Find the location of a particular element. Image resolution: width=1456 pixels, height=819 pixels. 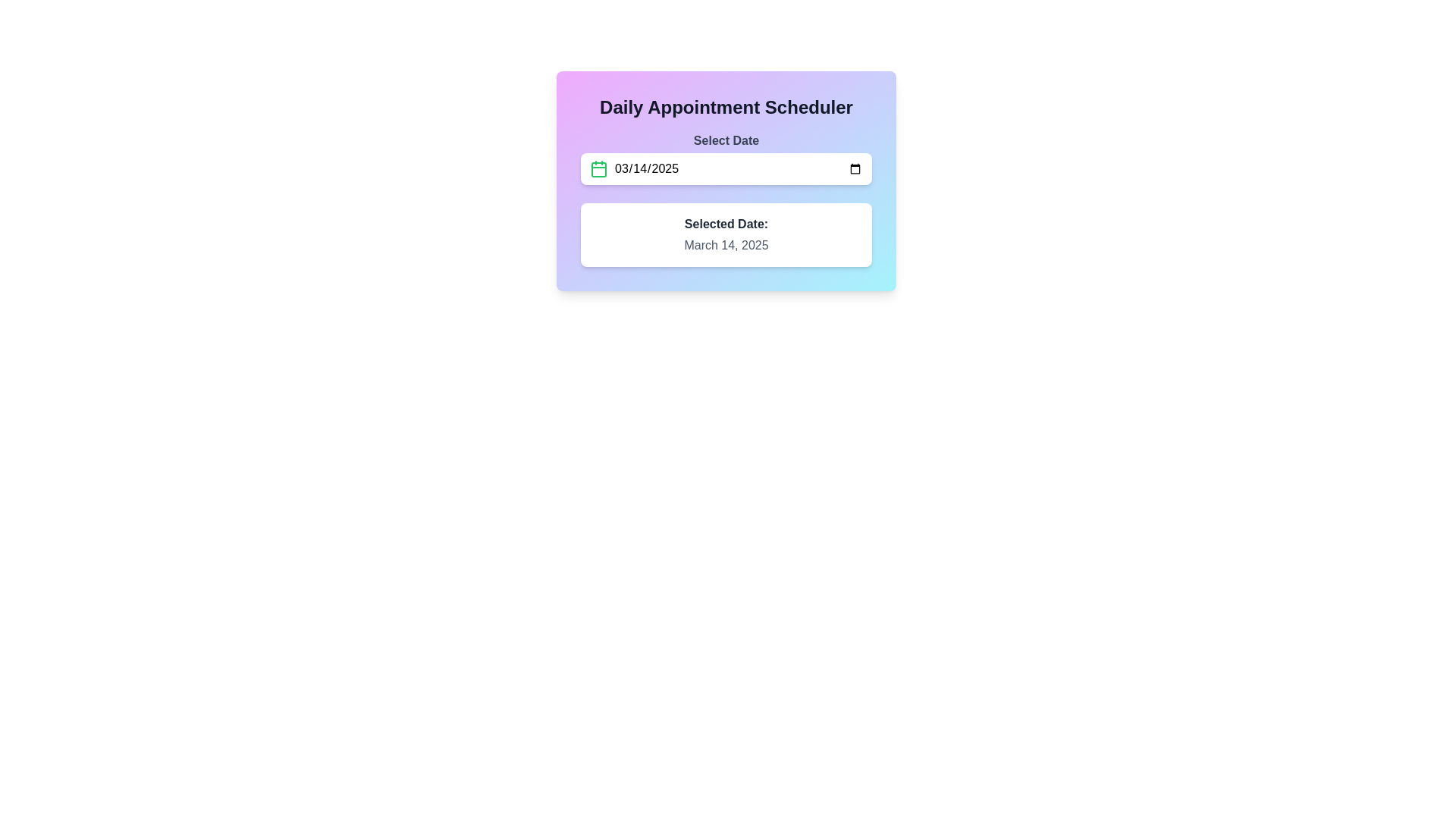

the date input field styled as a date picker by tabbing to it is located at coordinates (739, 169).